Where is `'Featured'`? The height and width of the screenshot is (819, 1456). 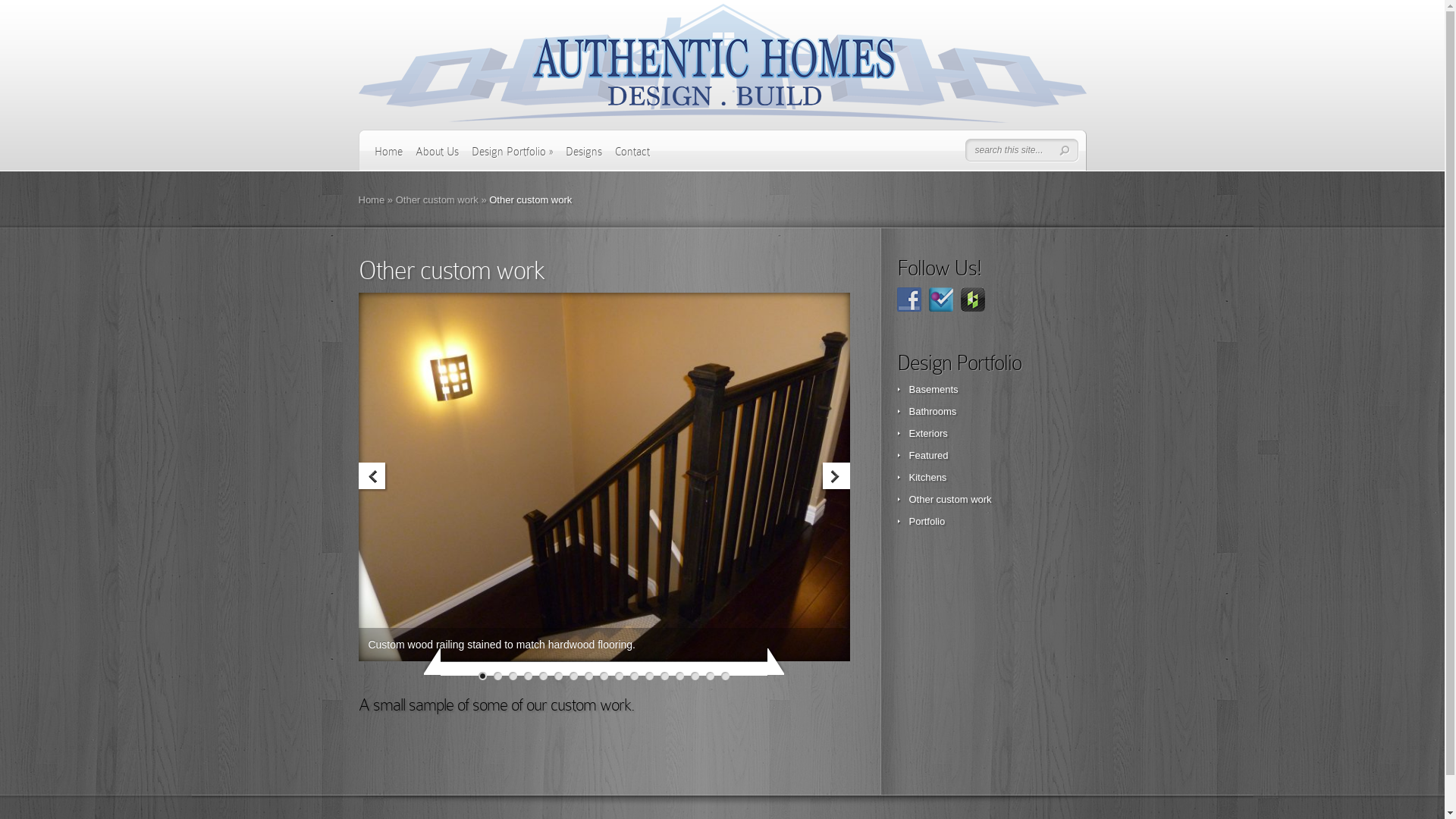 'Featured' is located at coordinates (908, 454).